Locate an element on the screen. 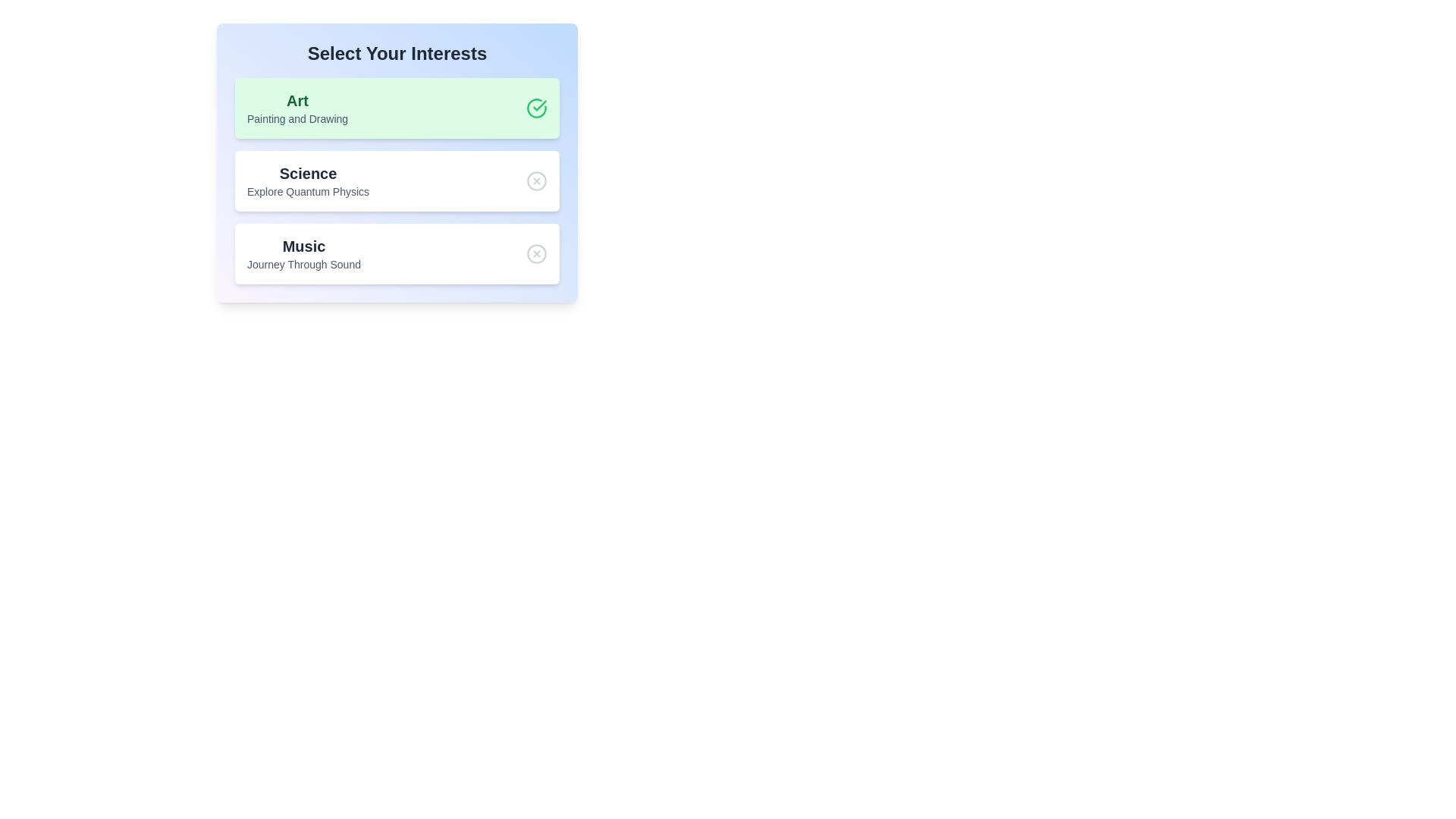 This screenshot has height=819, width=1456. the chip labeled Art to observe the hover effect is located at coordinates (397, 107).